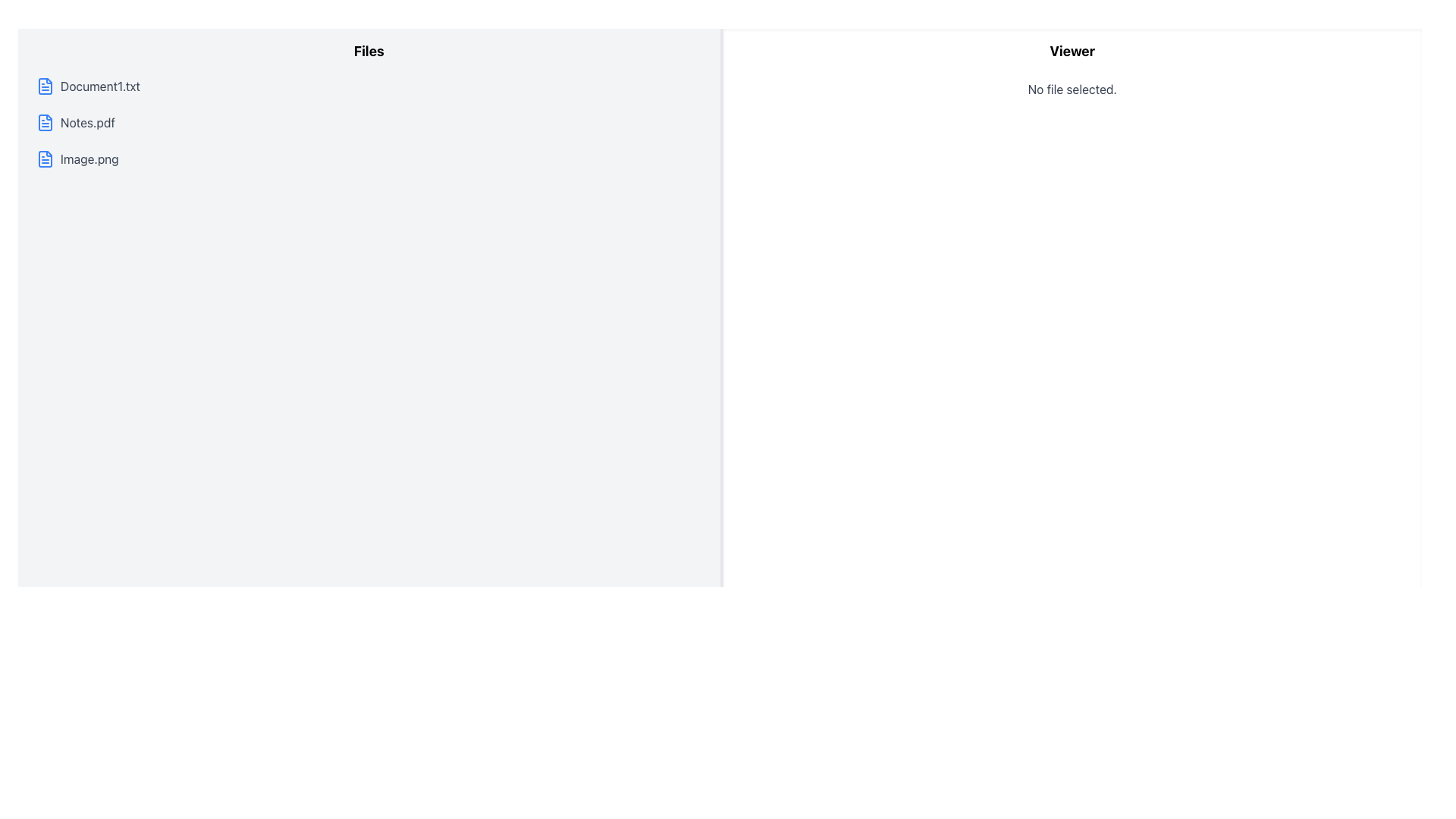 The width and height of the screenshot is (1456, 819). I want to click on the document icon representing 'Document1.txt', located at the far left of its list item, so click(45, 86).